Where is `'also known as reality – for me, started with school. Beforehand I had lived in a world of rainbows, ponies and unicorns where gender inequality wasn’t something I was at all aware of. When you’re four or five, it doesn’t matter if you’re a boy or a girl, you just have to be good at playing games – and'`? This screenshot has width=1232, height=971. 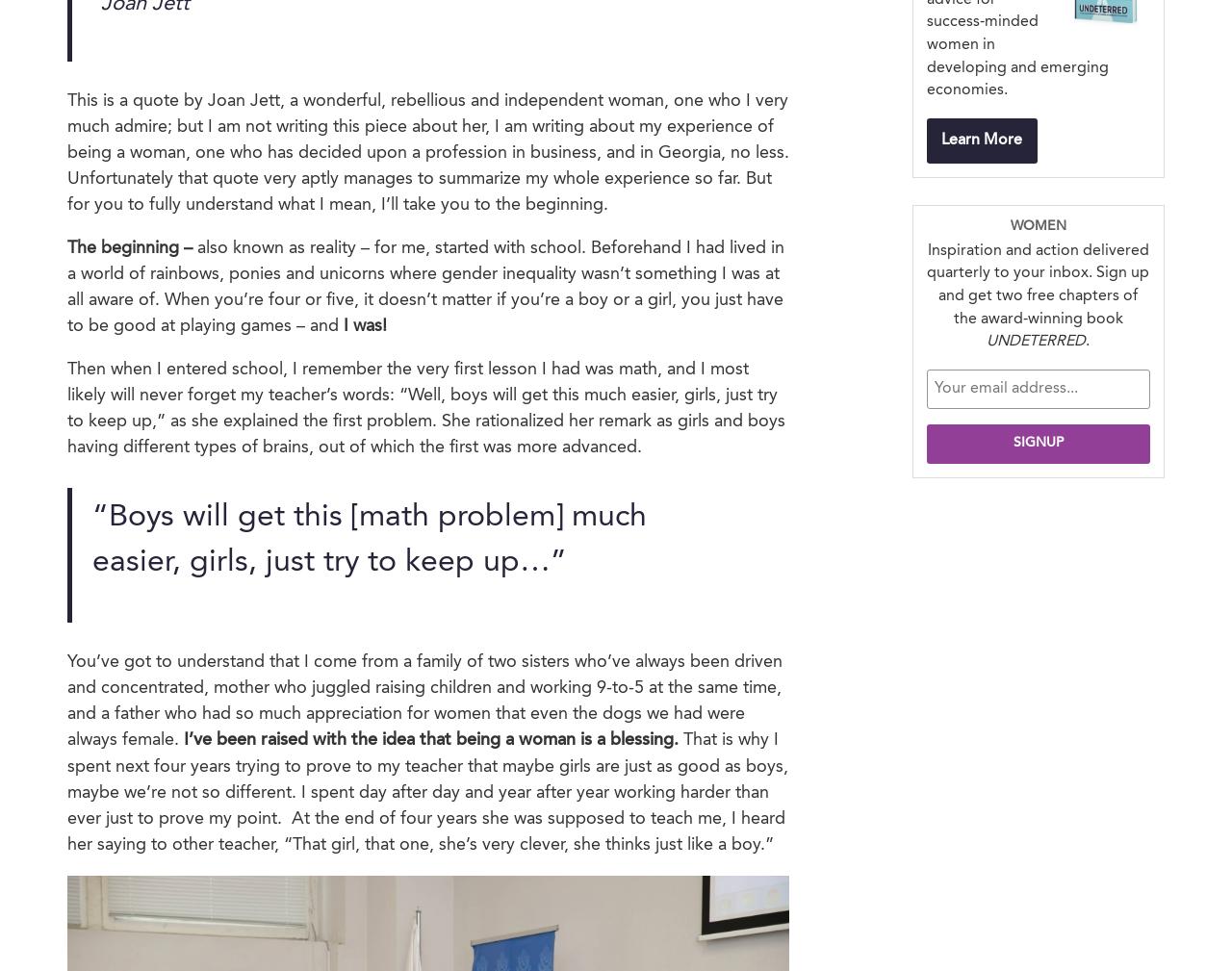
'also known as reality – for me, started with school. Beforehand I had lived in a world of rainbows, ponies and unicorns where gender inequality wasn’t something I was at all aware of. When you’re four or five, it doesn’t matter if you’re a boy or a girl, you just have to be good at playing games – and' is located at coordinates (424, 285).